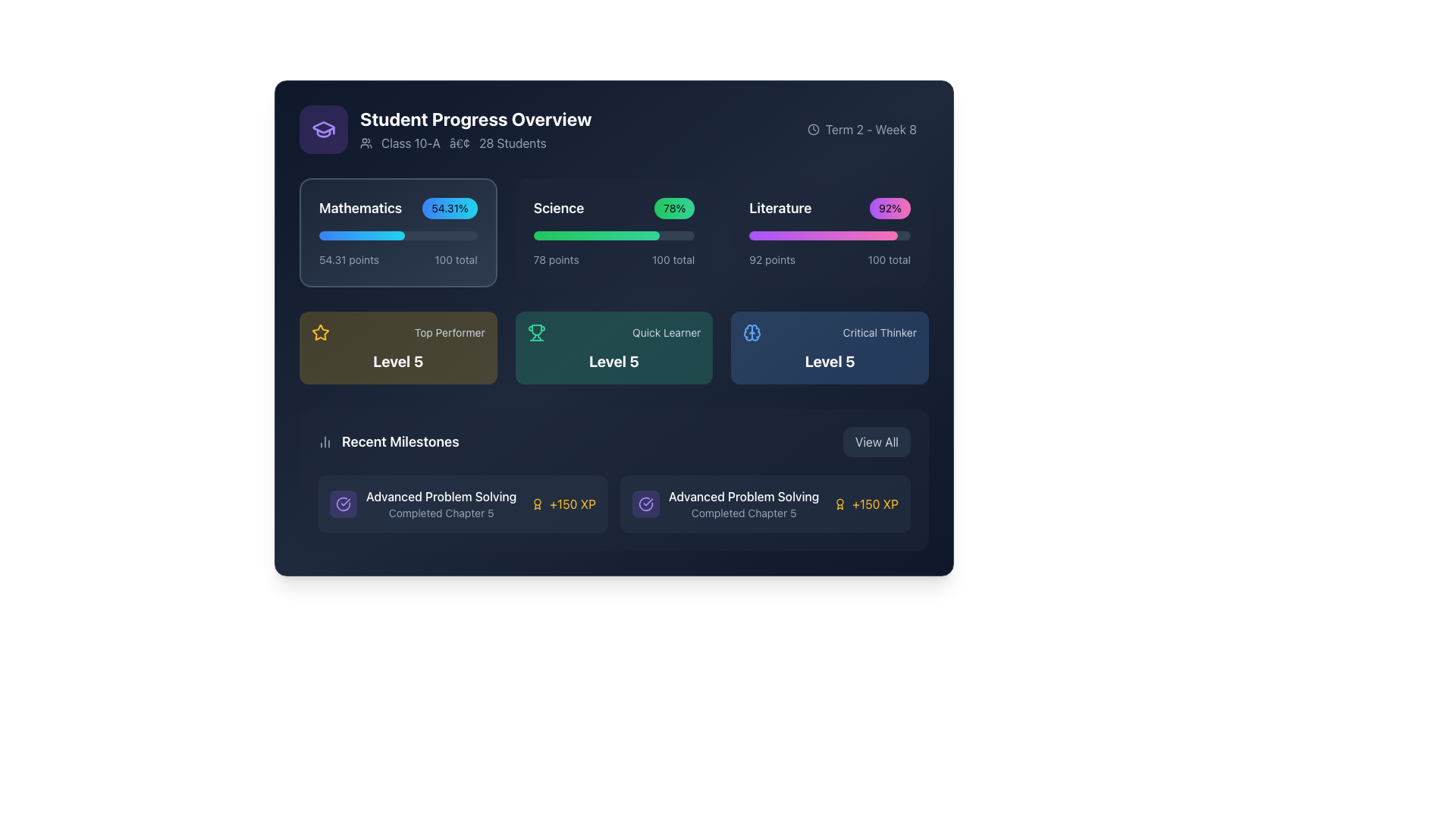 The width and height of the screenshot is (1456, 819). Describe the element at coordinates (359, 208) in the screenshot. I see `the 'Mathematics' text label, which is a bold, white font against a dark background, positioned in the first column of subject progress indicators beside the '54.31%' percentage label` at that location.